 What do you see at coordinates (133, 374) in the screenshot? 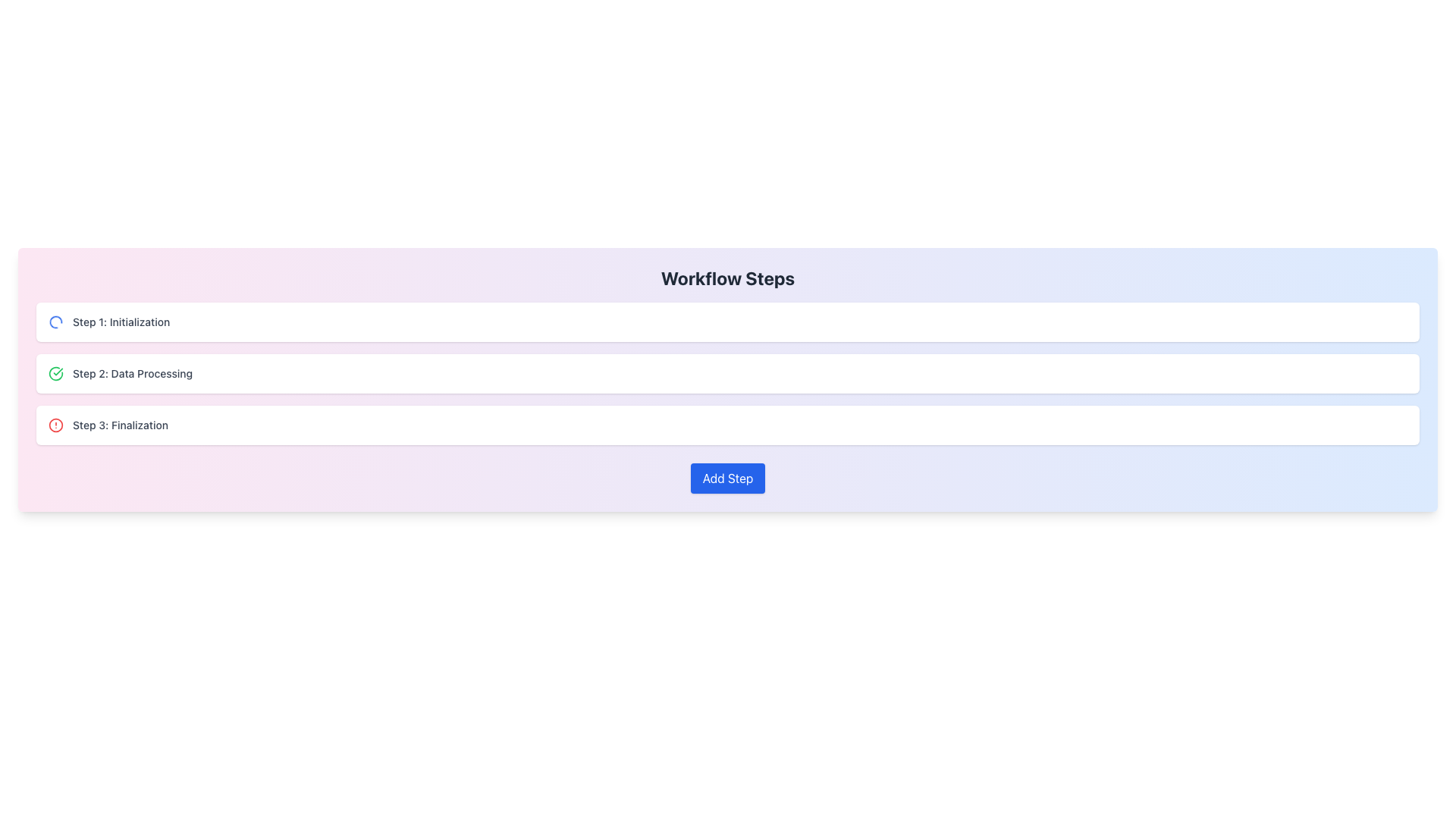
I see `text label displaying 'Step 2: Data Processing', which is the second item in the workflow steps list, located in the middle section of the page` at bounding box center [133, 374].